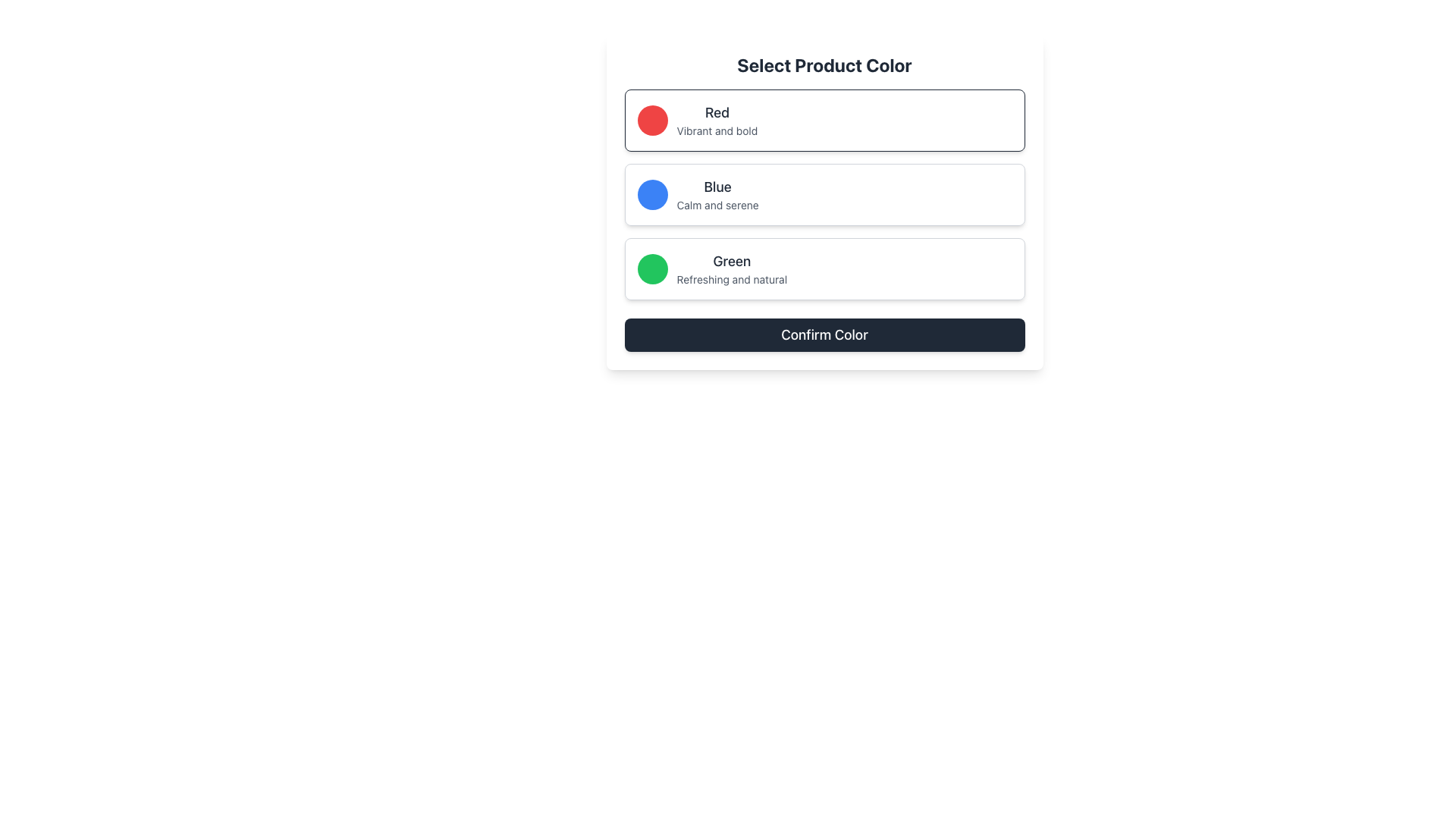  I want to click on text displayed in the Text Block that shows 'Blue' in a larger font and 'Calm and serene' in a smaller font, located in the second card of the color-selection group, so click(717, 194).